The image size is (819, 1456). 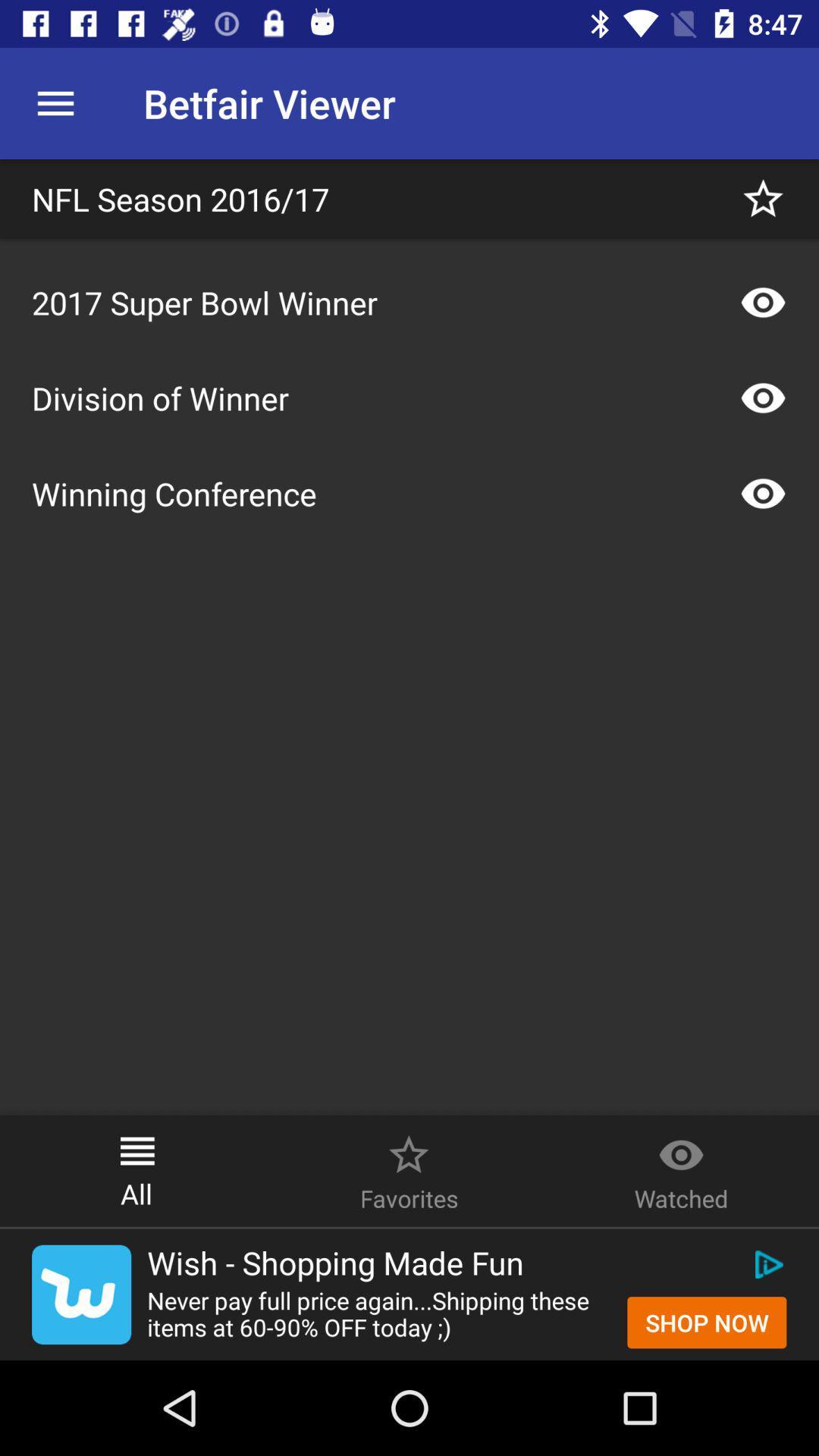 What do you see at coordinates (763, 397) in the screenshot?
I see `show photos` at bounding box center [763, 397].